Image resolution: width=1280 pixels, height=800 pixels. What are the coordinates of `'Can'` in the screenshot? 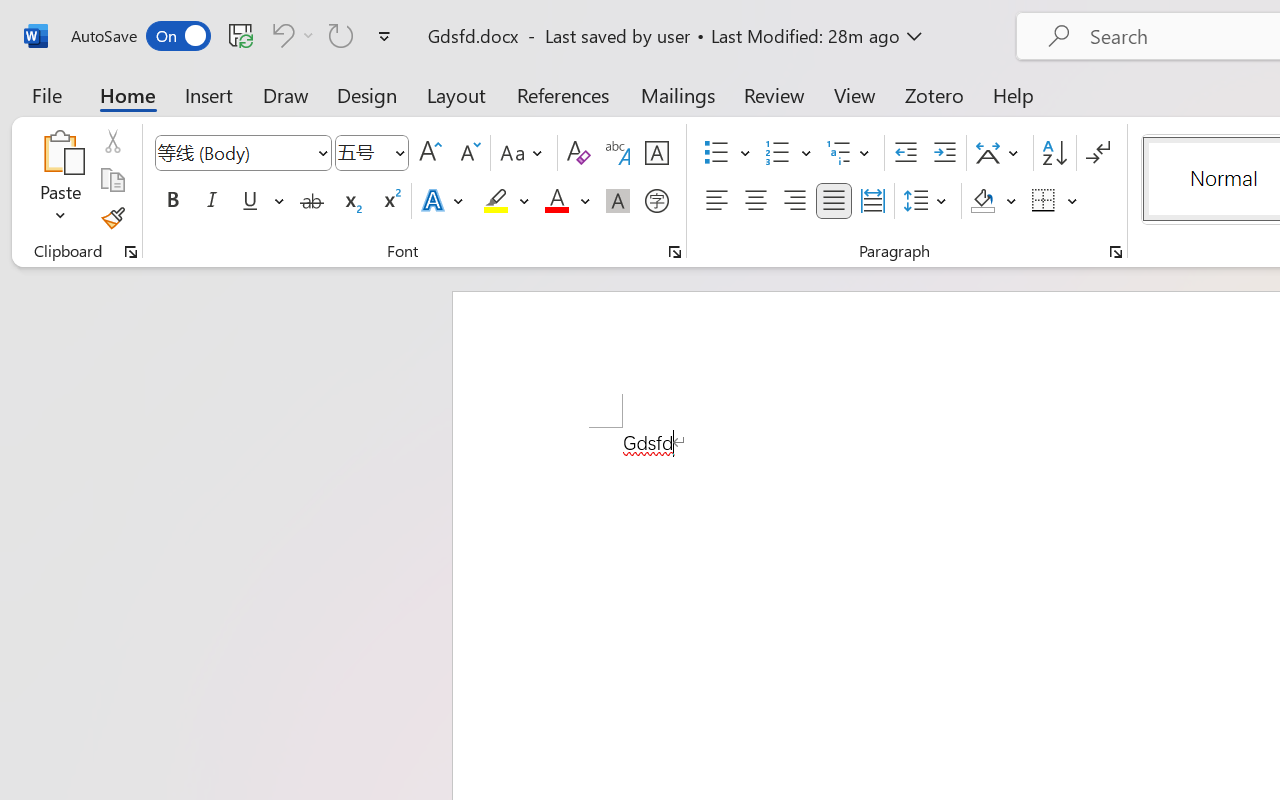 It's located at (279, 34).